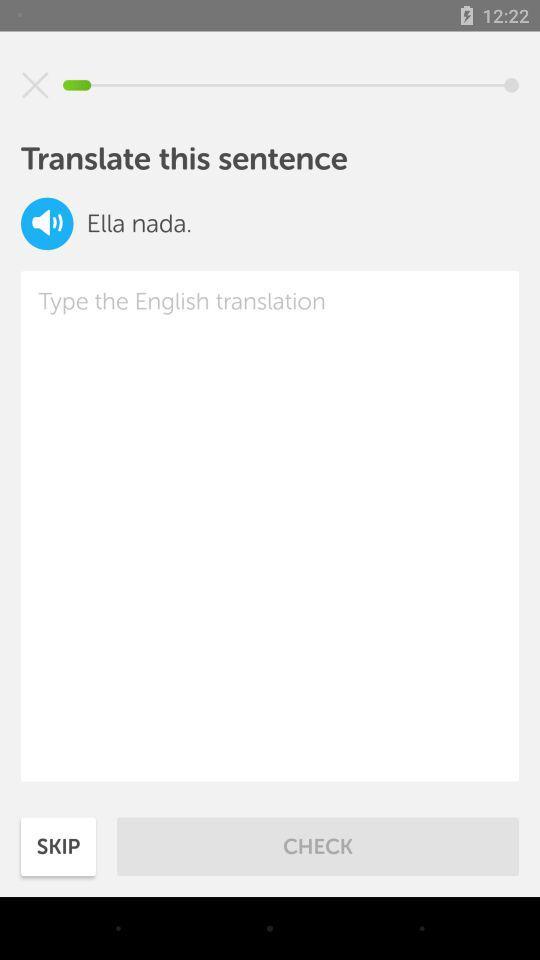  Describe the element at coordinates (47, 223) in the screenshot. I see `speaker option` at that location.